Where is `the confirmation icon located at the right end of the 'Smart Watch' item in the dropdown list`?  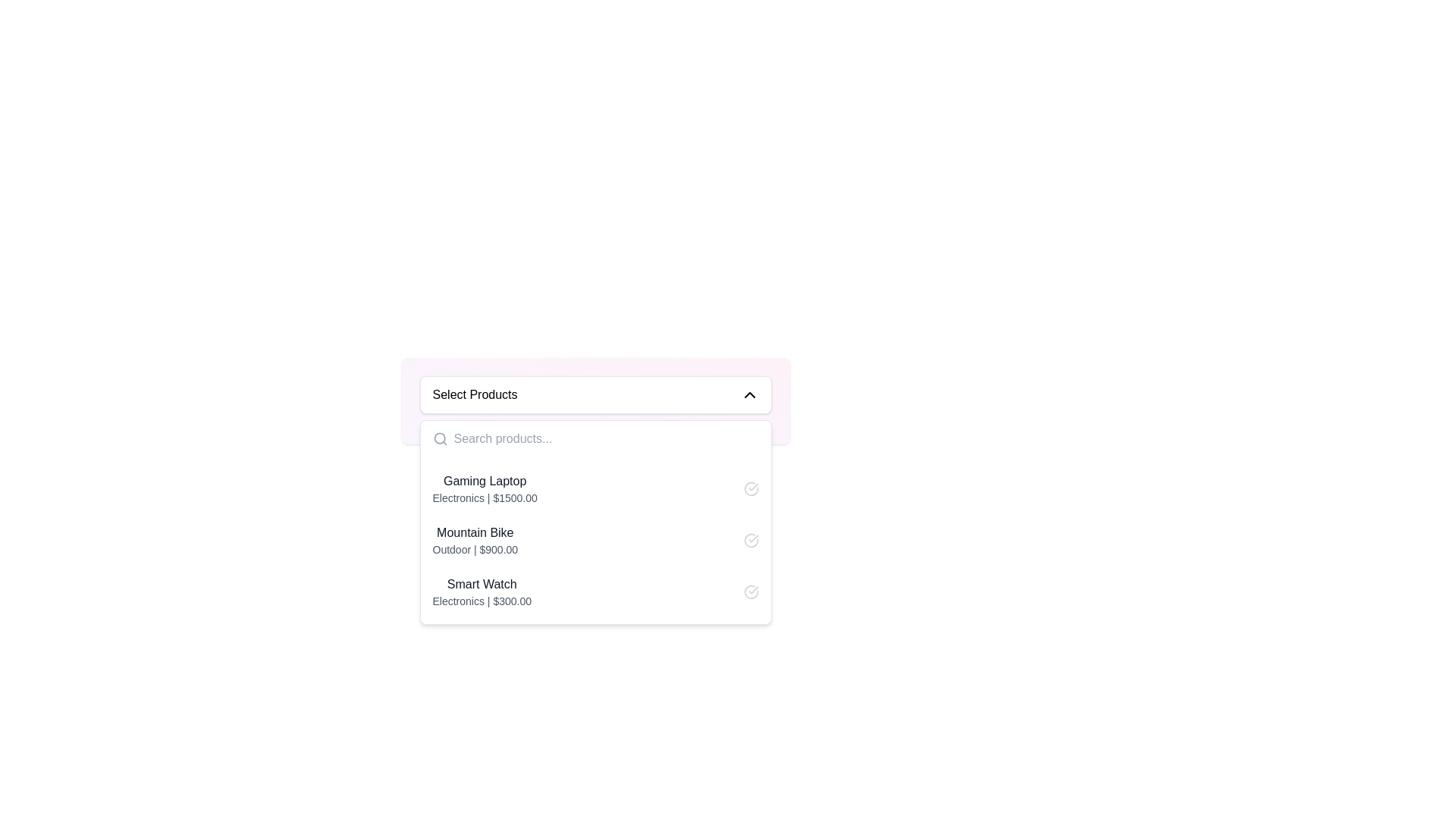
the confirmation icon located at the right end of the 'Smart Watch' item in the dropdown list is located at coordinates (751, 591).